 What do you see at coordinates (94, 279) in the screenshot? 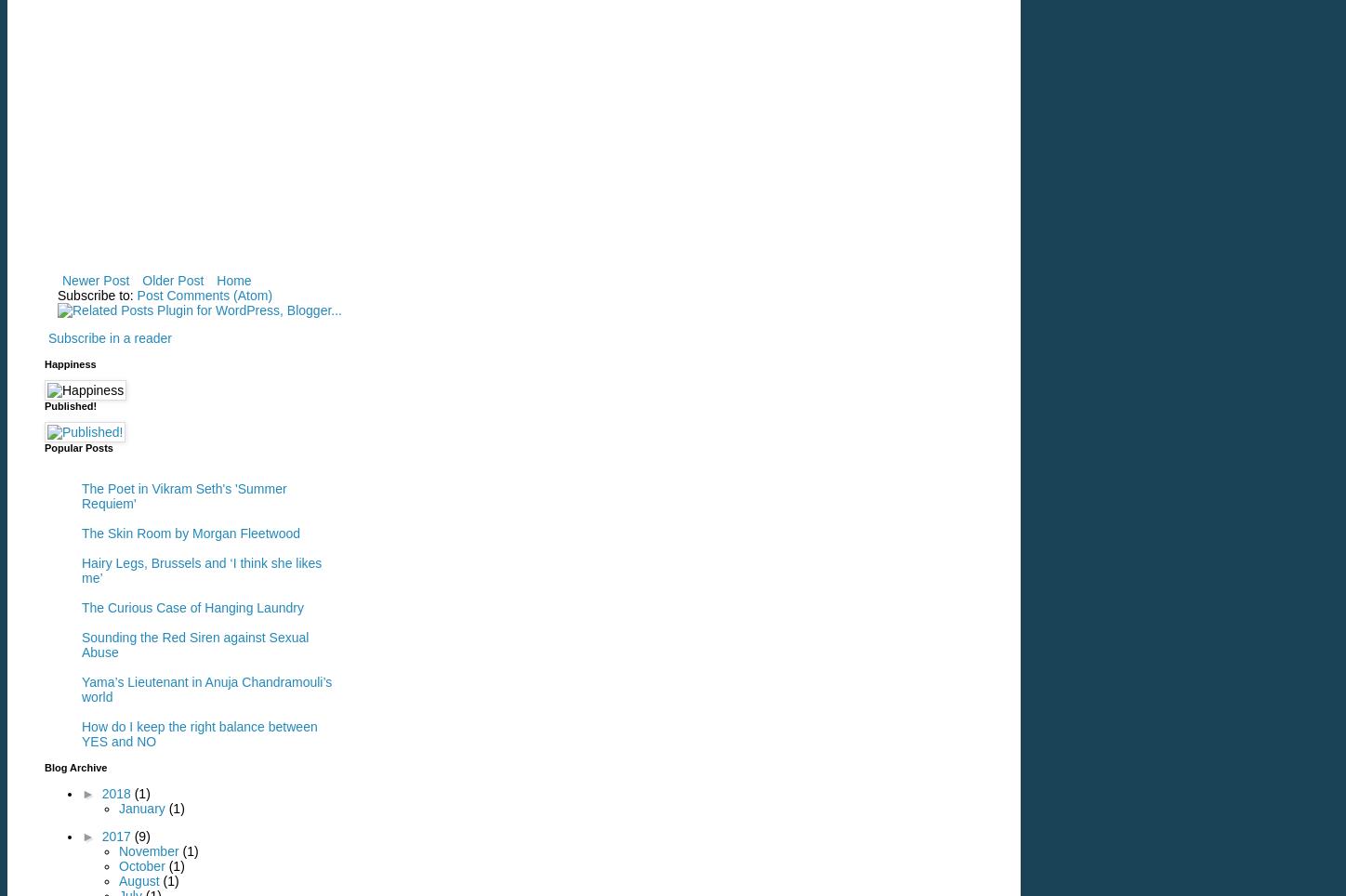
I see `'Newer Post'` at bounding box center [94, 279].